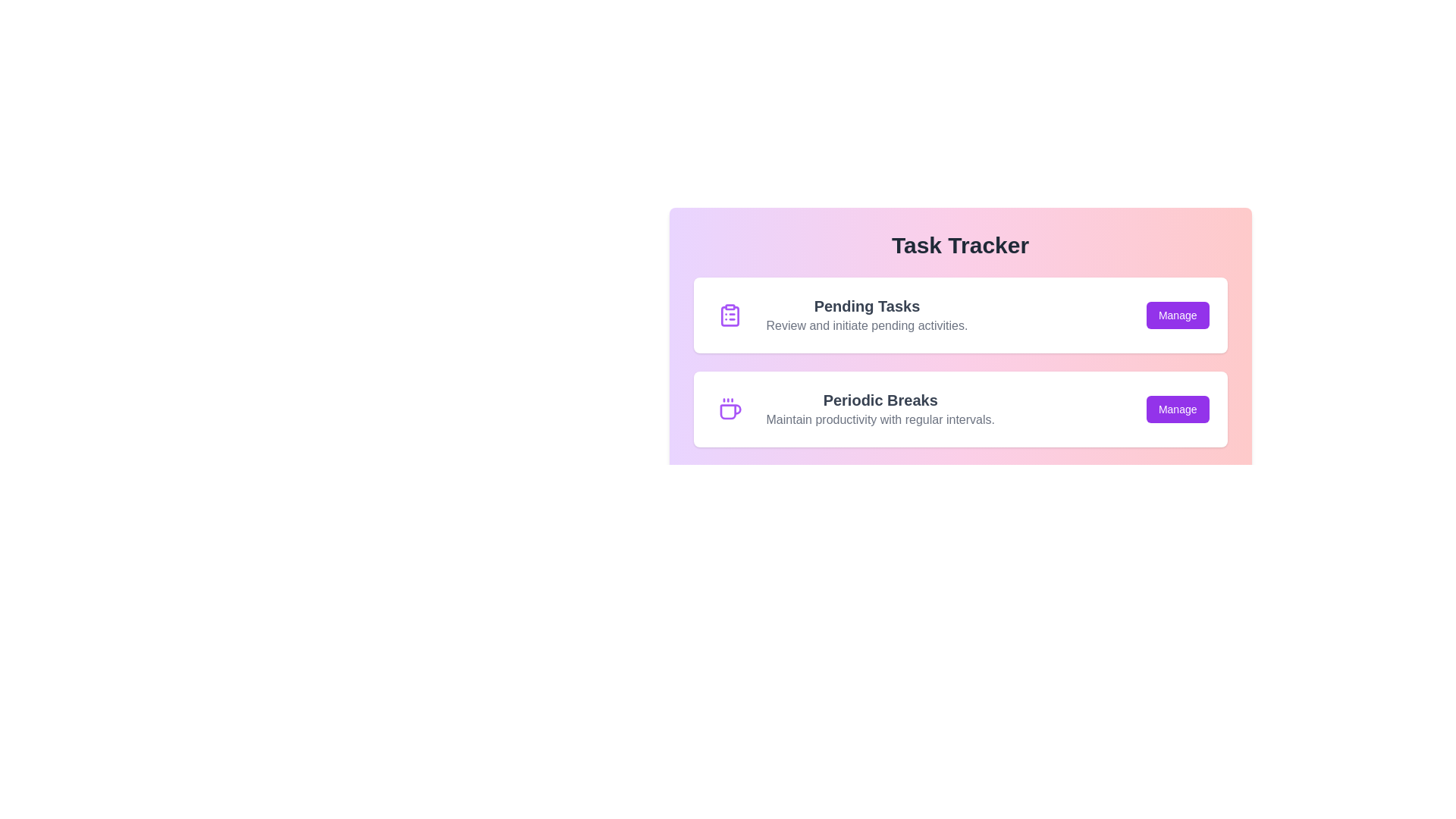  Describe the element at coordinates (959, 315) in the screenshot. I see `the task item Pending Tasks to observe its hover effect` at that location.